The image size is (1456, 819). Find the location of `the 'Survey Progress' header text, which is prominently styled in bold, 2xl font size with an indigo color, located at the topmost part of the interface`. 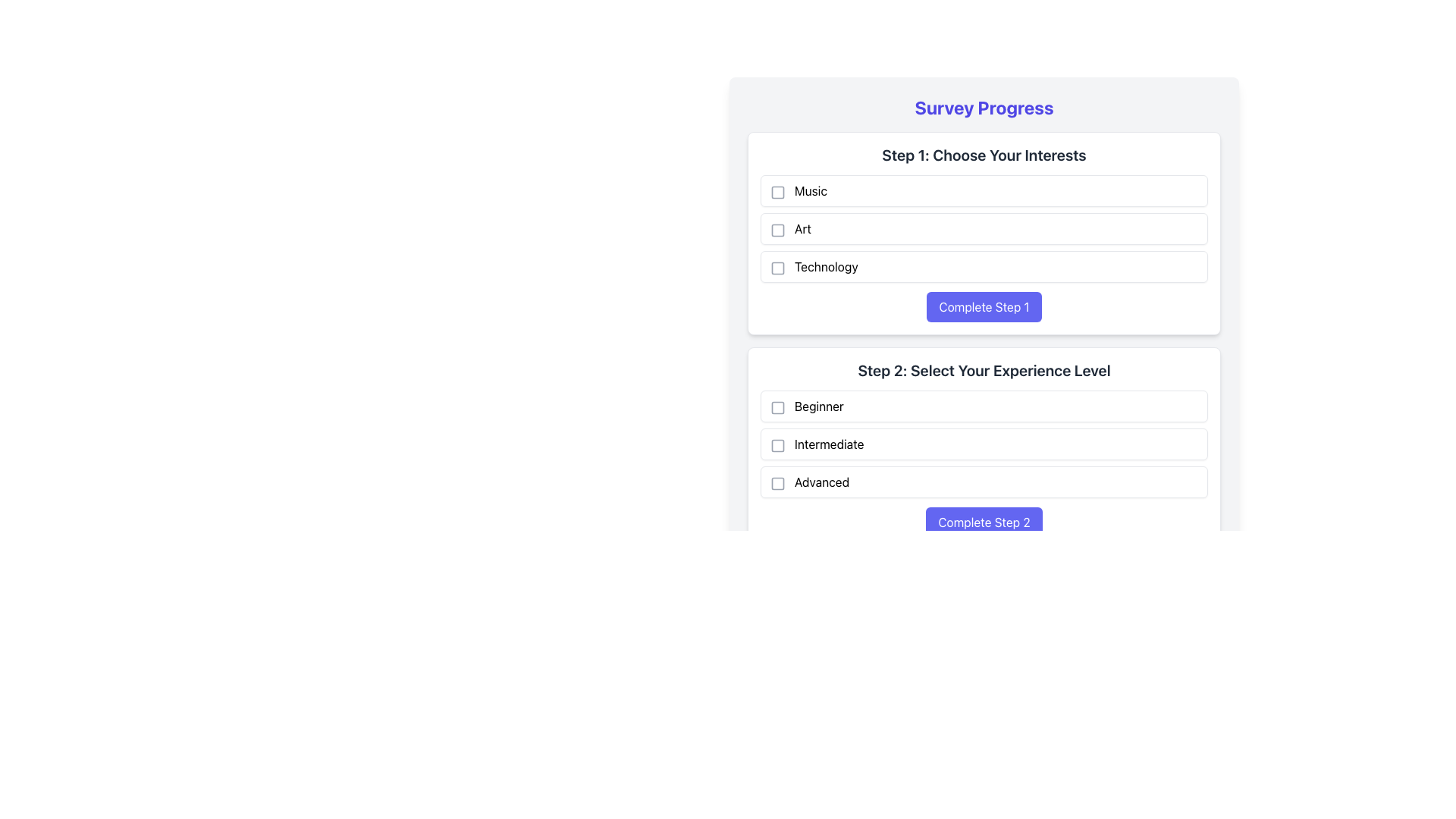

the 'Survey Progress' header text, which is prominently styled in bold, 2xl font size with an indigo color, located at the topmost part of the interface is located at coordinates (984, 107).